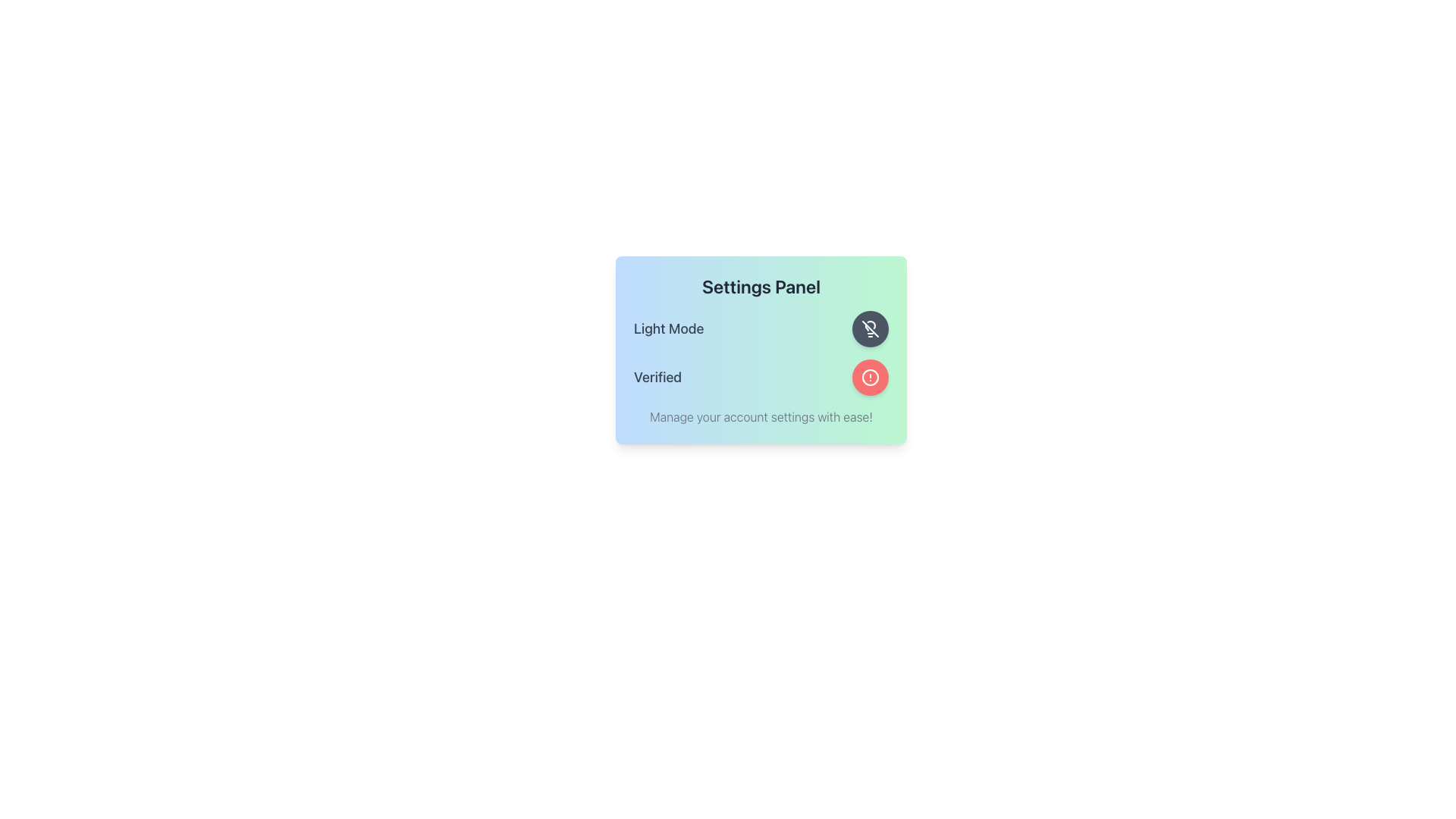 The image size is (1456, 819). Describe the element at coordinates (870, 328) in the screenshot. I see `the icon in the top-right corner of the 'Settings Panel' which indicates the deactivation of the light mode feature` at that location.